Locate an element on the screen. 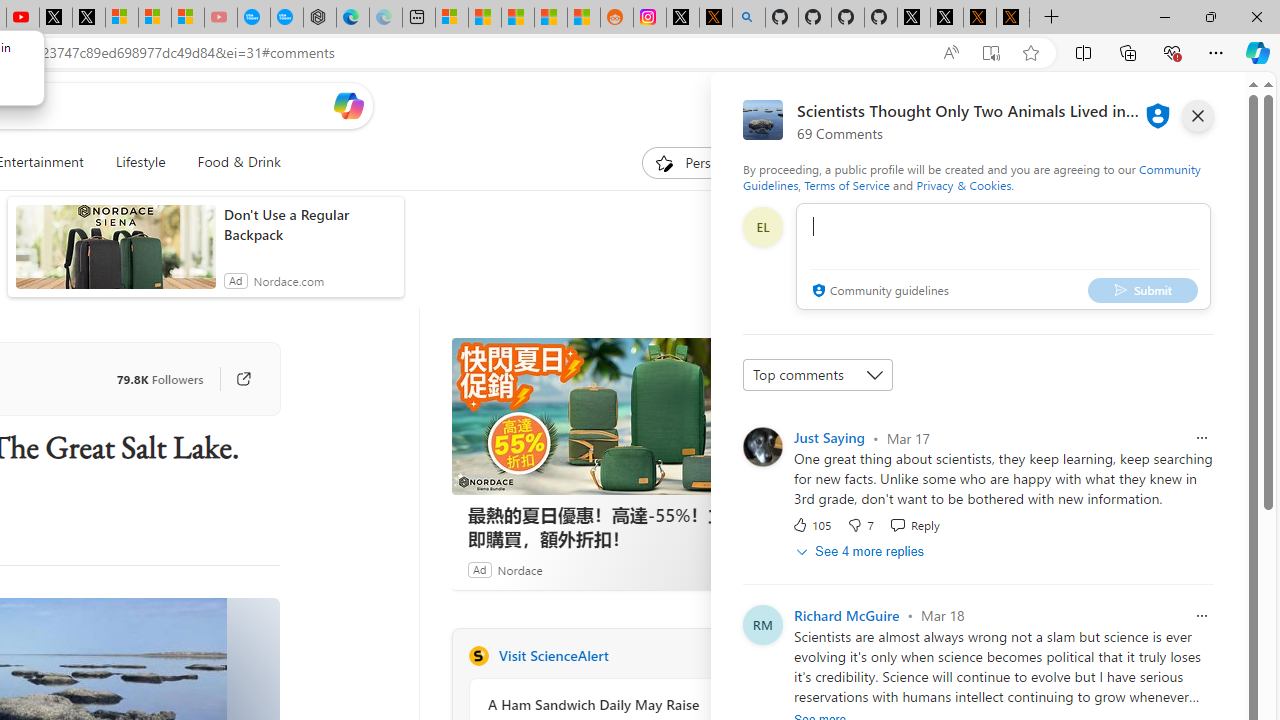 The image size is (1280, 720). 'Go to publisher' is located at coordinates (242, 379).